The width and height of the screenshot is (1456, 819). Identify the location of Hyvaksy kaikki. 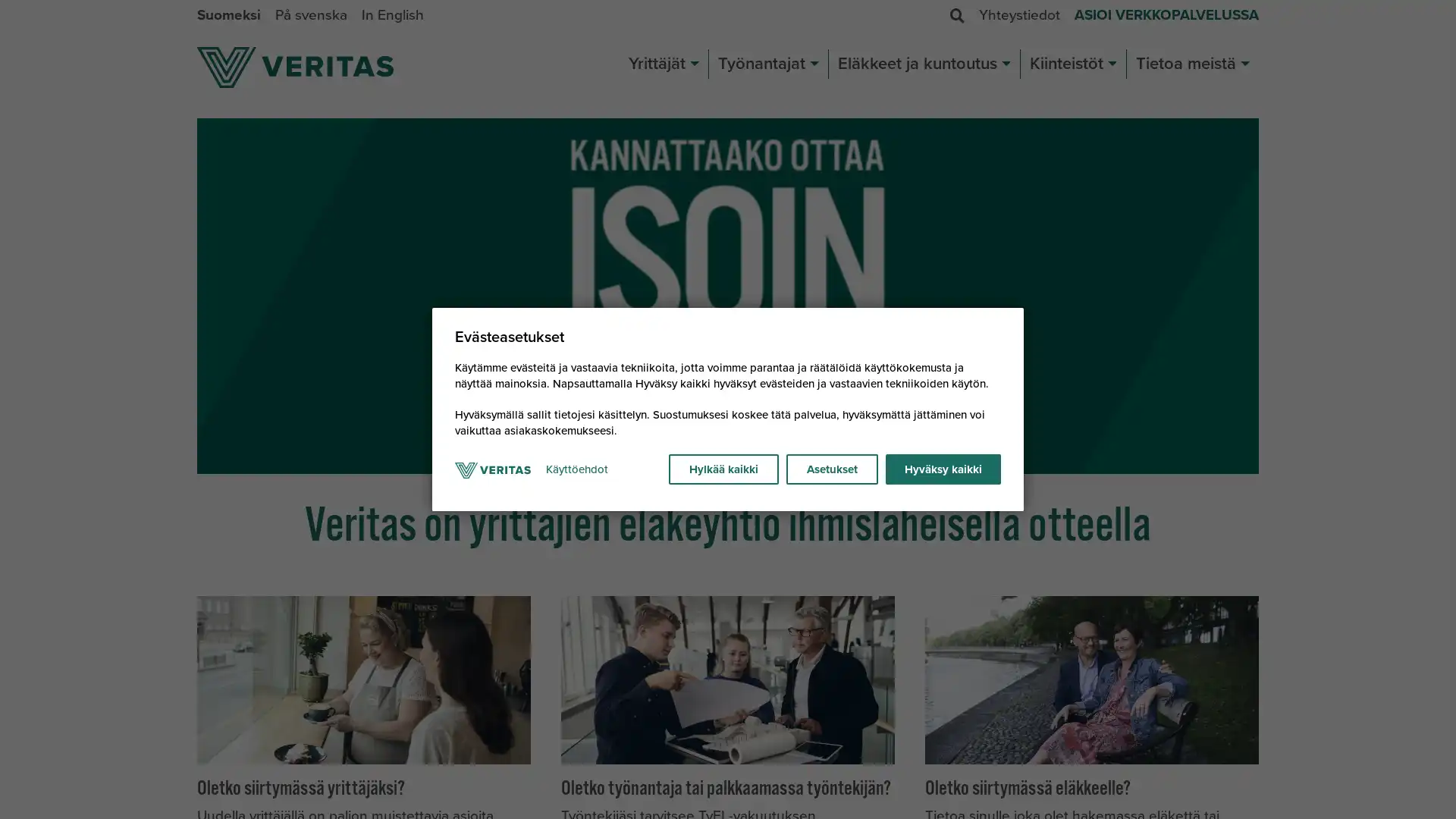
(942, 468).